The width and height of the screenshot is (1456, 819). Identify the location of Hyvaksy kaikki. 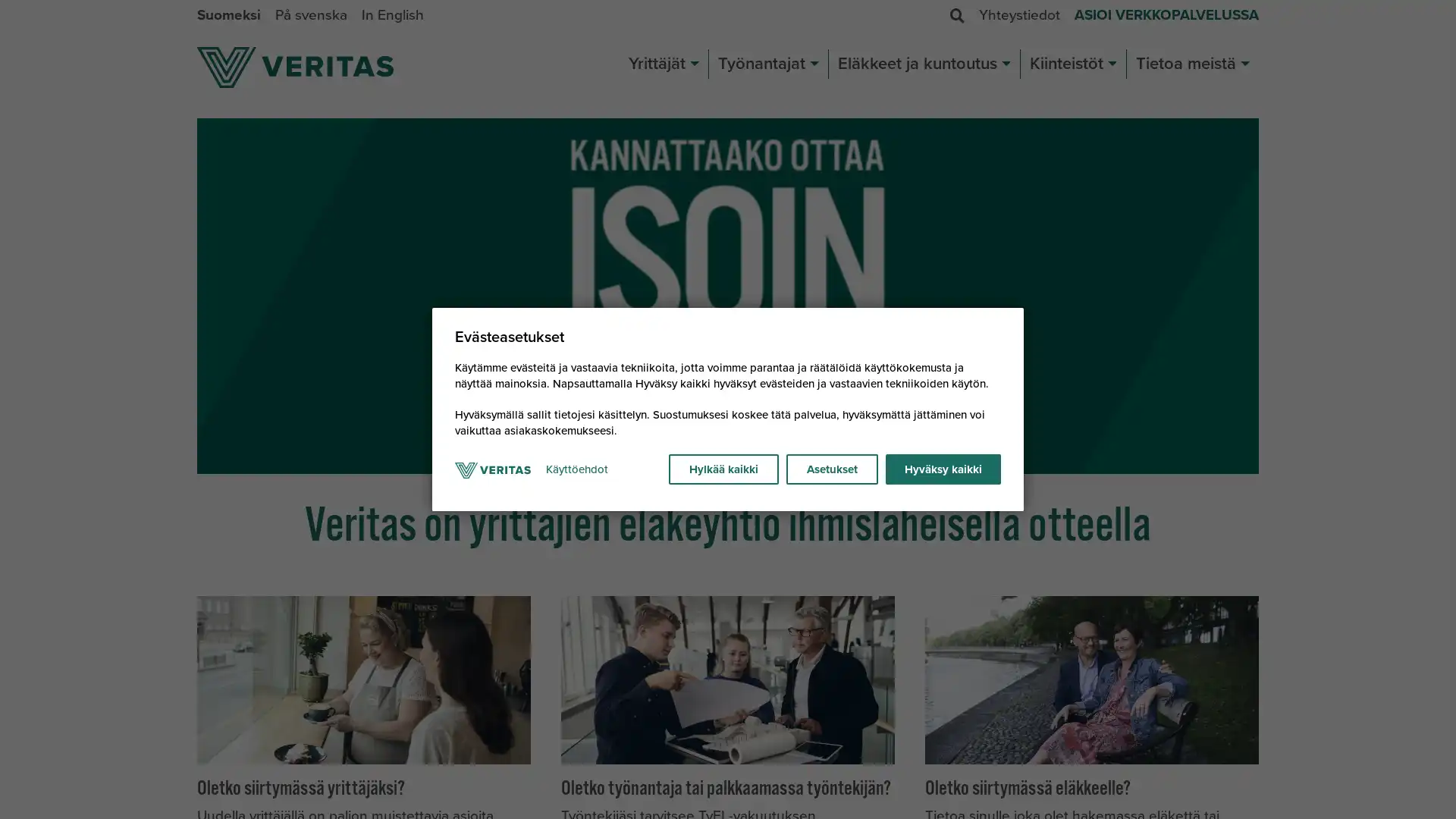
(942, 468).